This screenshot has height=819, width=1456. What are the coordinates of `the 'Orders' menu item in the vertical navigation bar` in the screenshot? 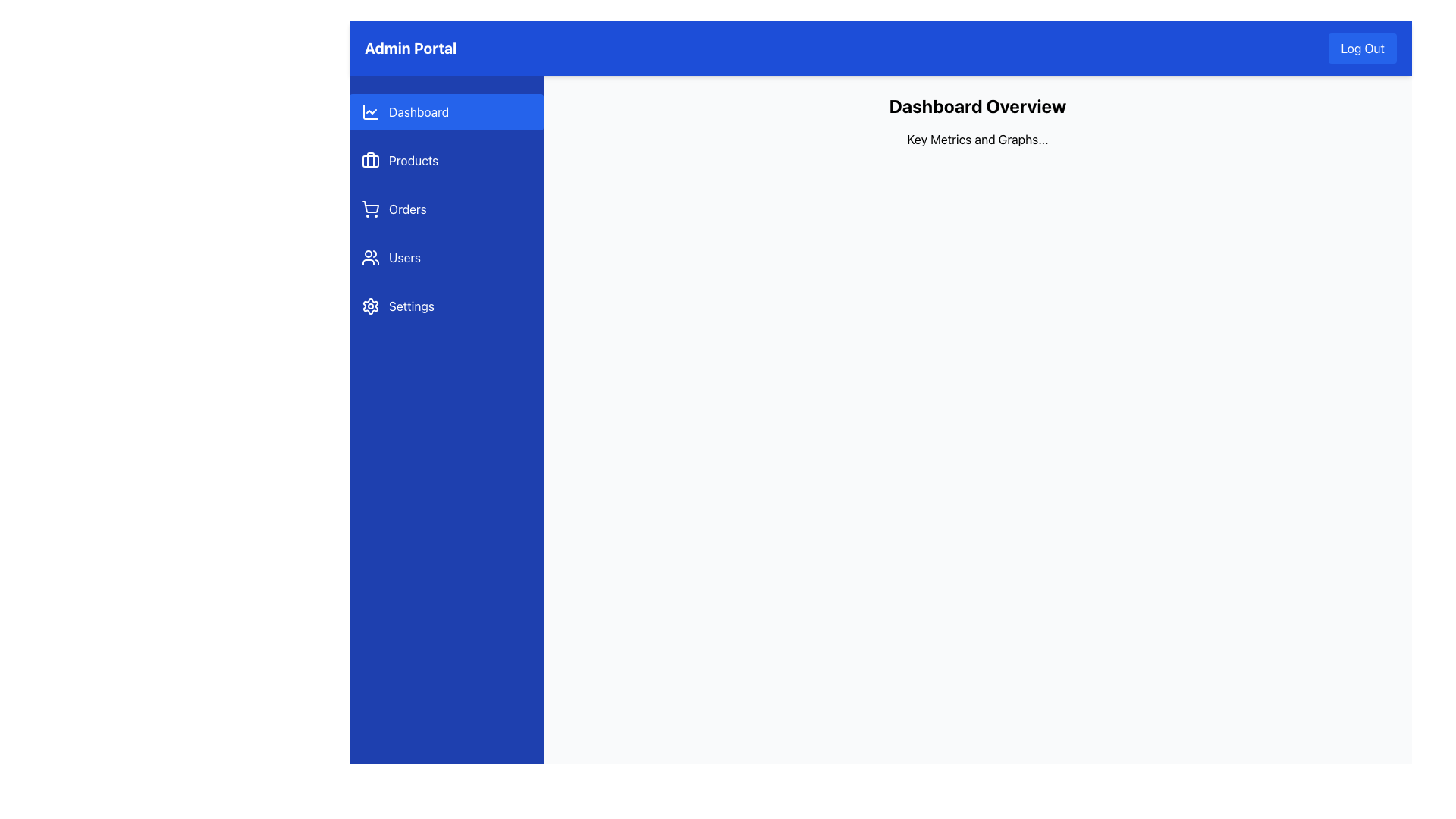 It's located at (446, 209).